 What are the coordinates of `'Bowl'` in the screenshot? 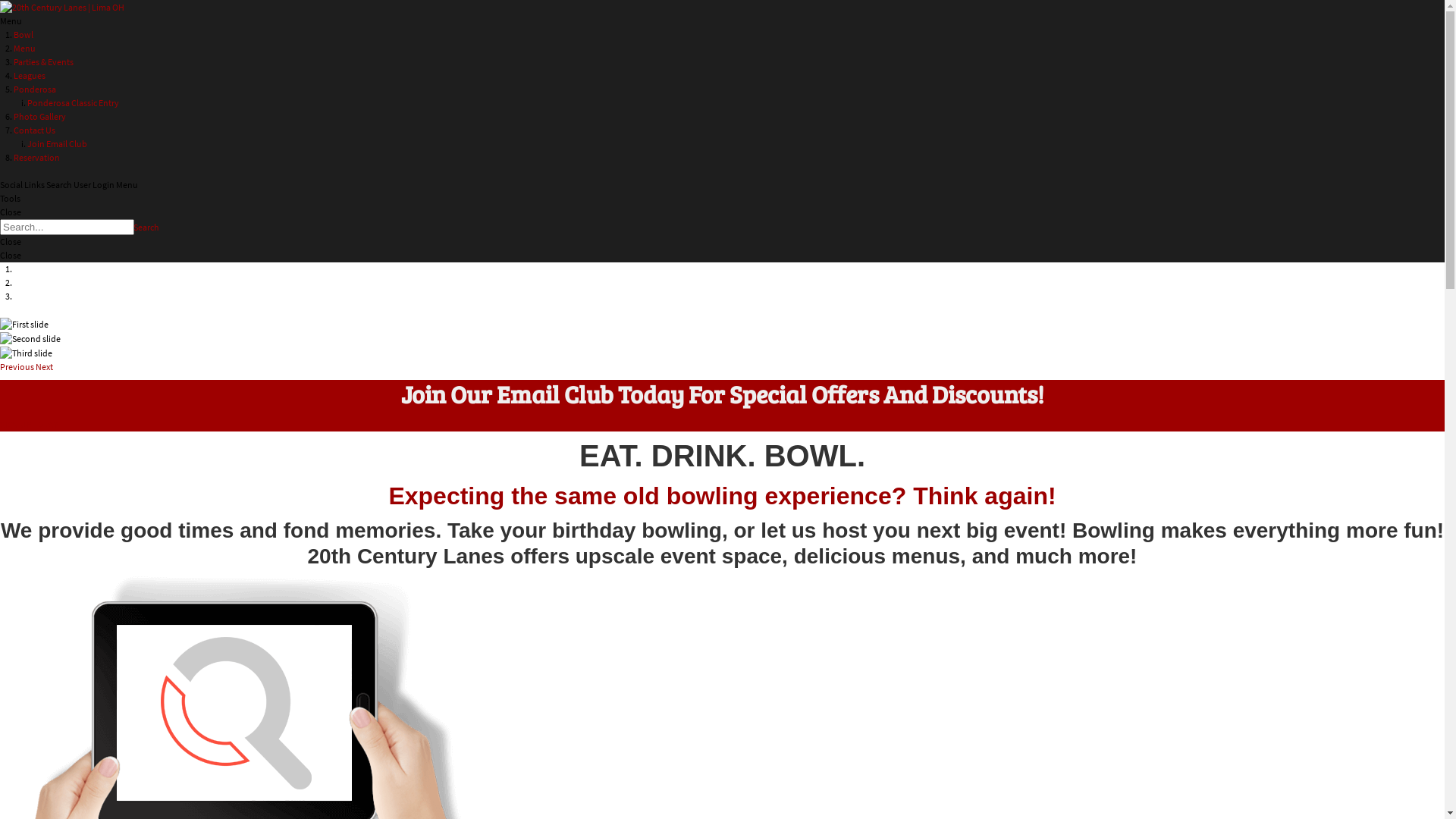 It's located at (23, 34).